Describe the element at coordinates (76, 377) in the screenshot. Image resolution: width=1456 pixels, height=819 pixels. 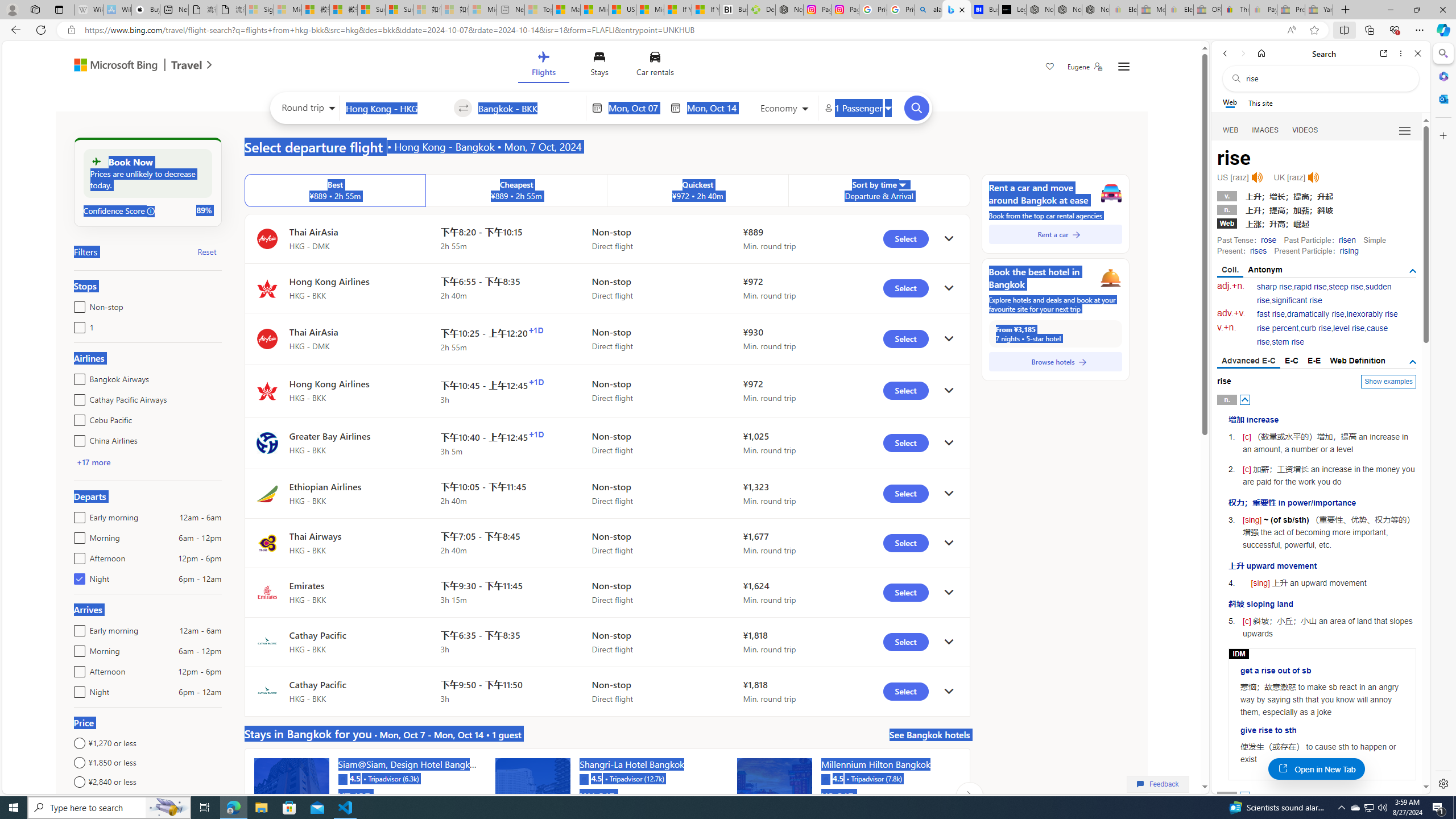
I see `'Bangkok Airways'` at that location.